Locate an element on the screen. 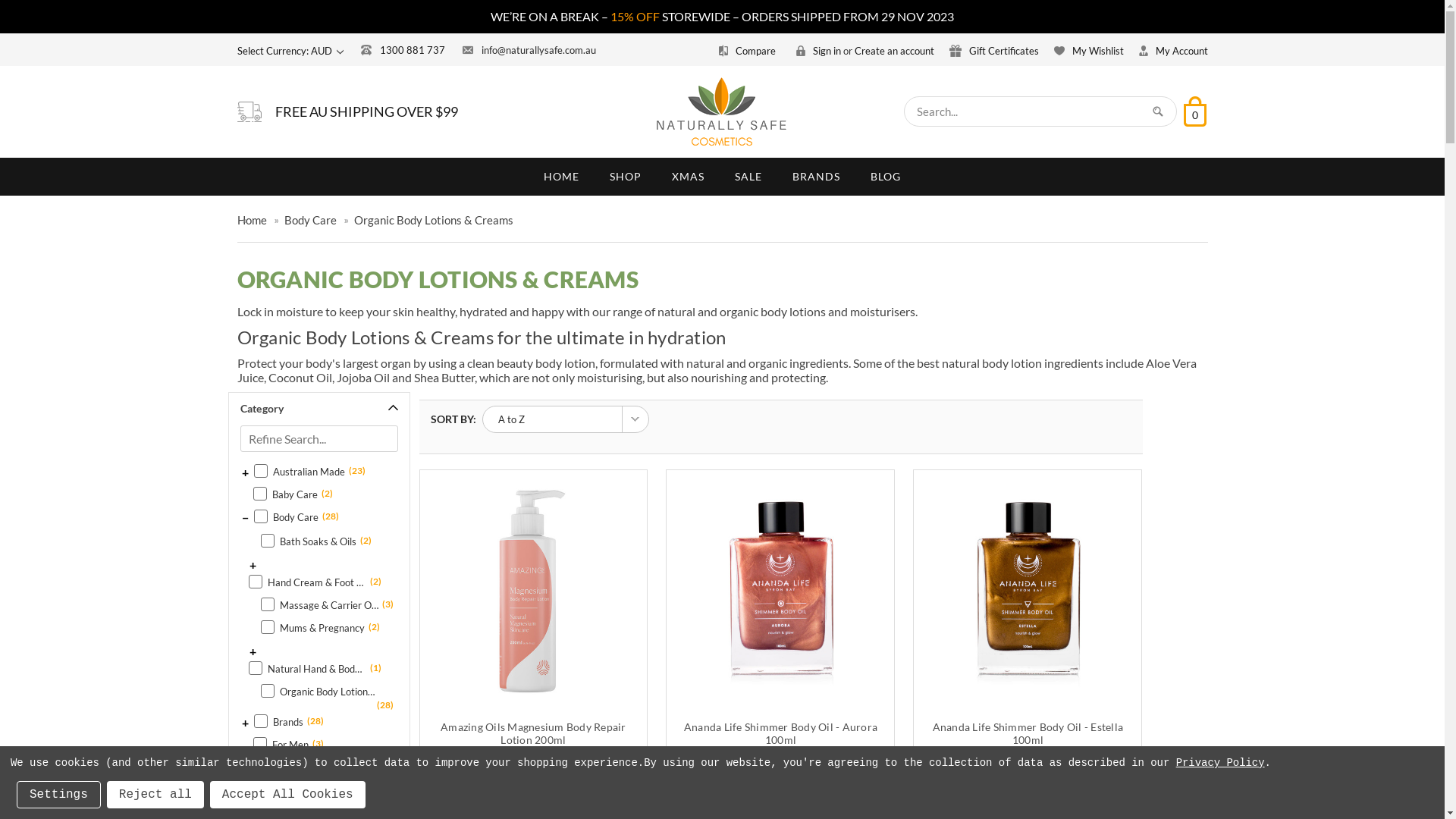 This screenshot has width=1456, height=819. 'Gift Certificates' is located at coordinates (993, 49).